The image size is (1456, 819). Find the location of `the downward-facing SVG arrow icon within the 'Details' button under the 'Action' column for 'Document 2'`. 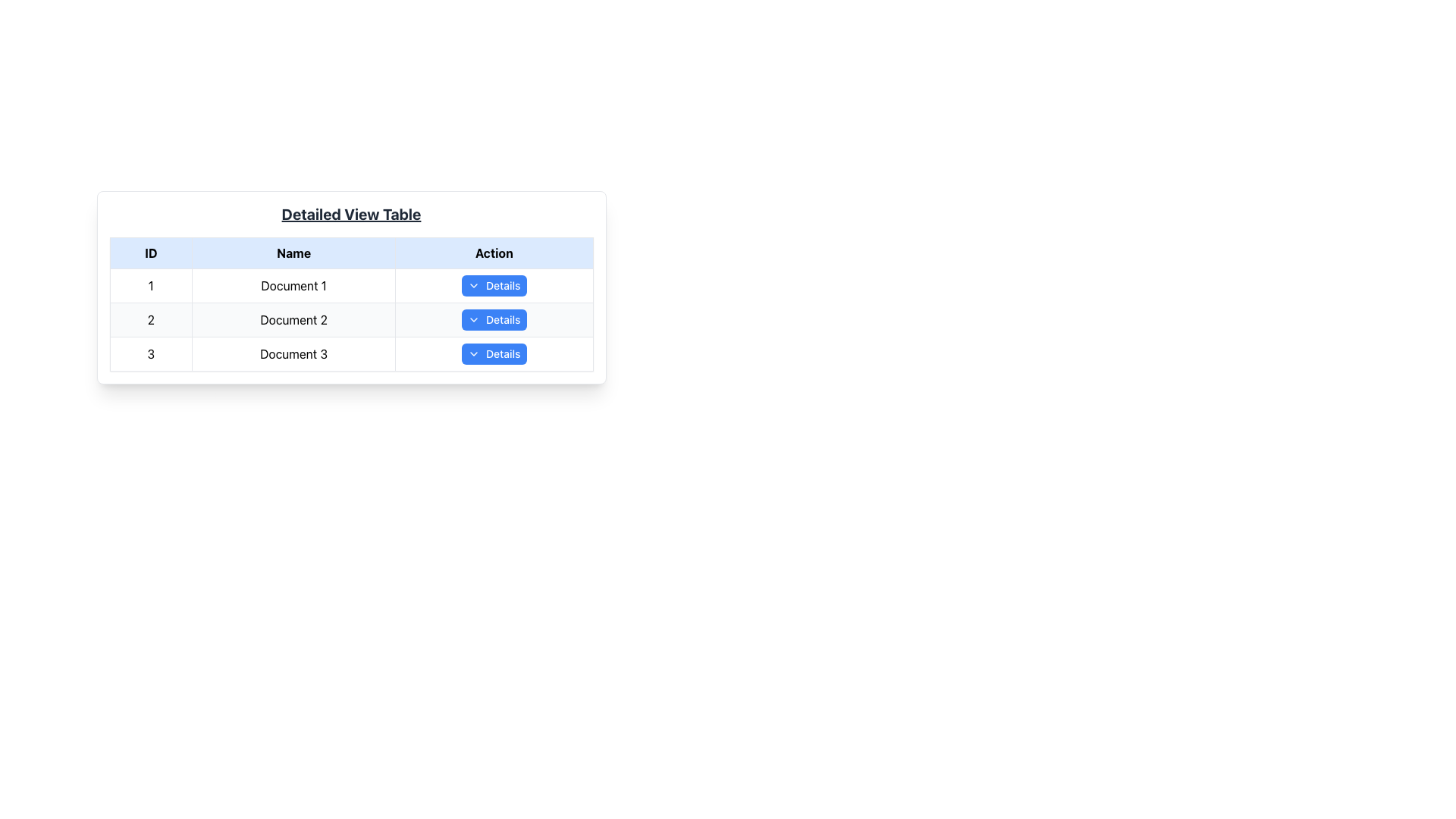

the downward-facing SVG arrow icon within the 'Details' button under the 'Action' column for 'Document 2' is located at coordinates (473, 318).